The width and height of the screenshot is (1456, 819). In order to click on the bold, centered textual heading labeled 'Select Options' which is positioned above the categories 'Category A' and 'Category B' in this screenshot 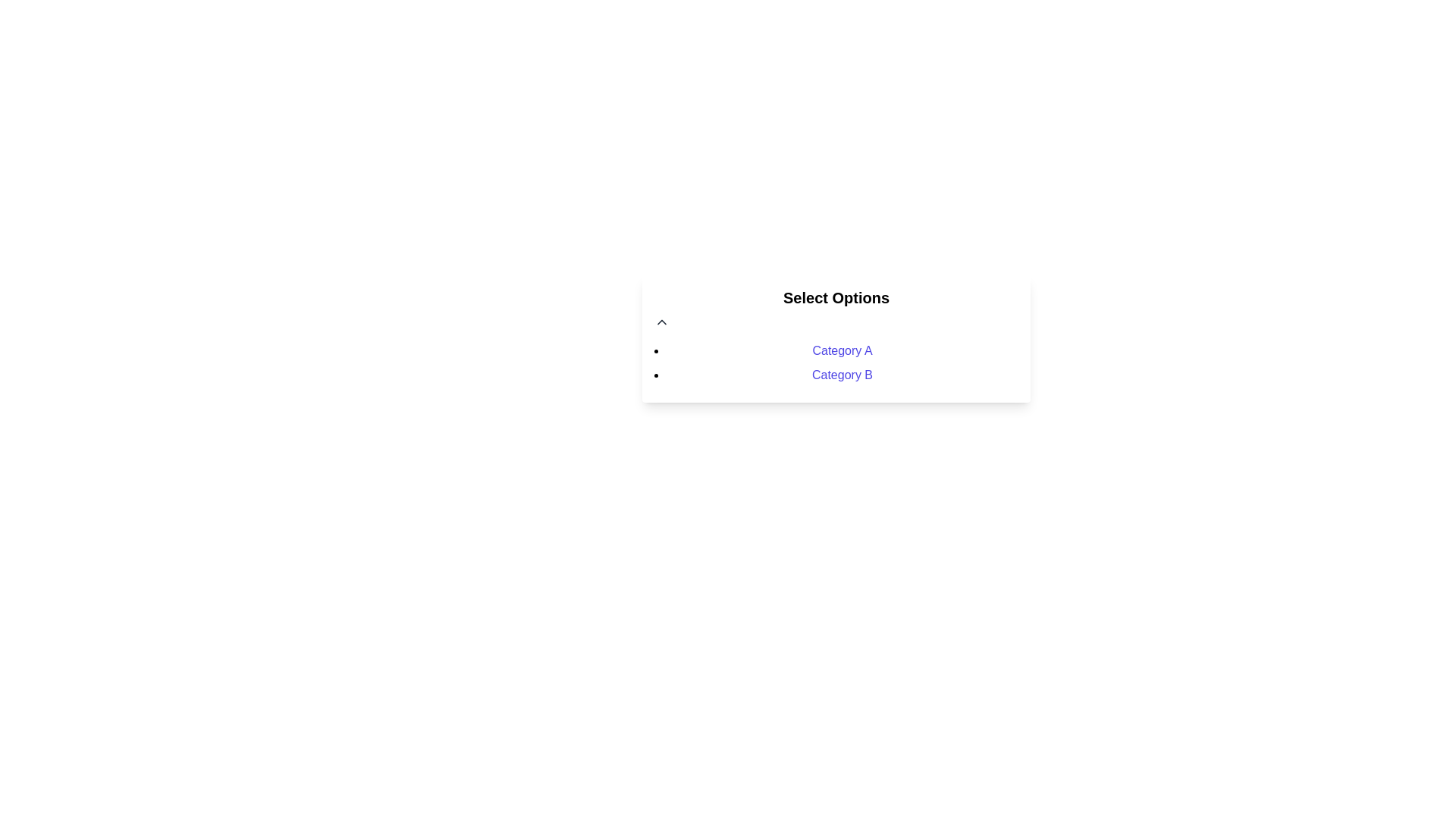, I will do `click(836, 308)`.